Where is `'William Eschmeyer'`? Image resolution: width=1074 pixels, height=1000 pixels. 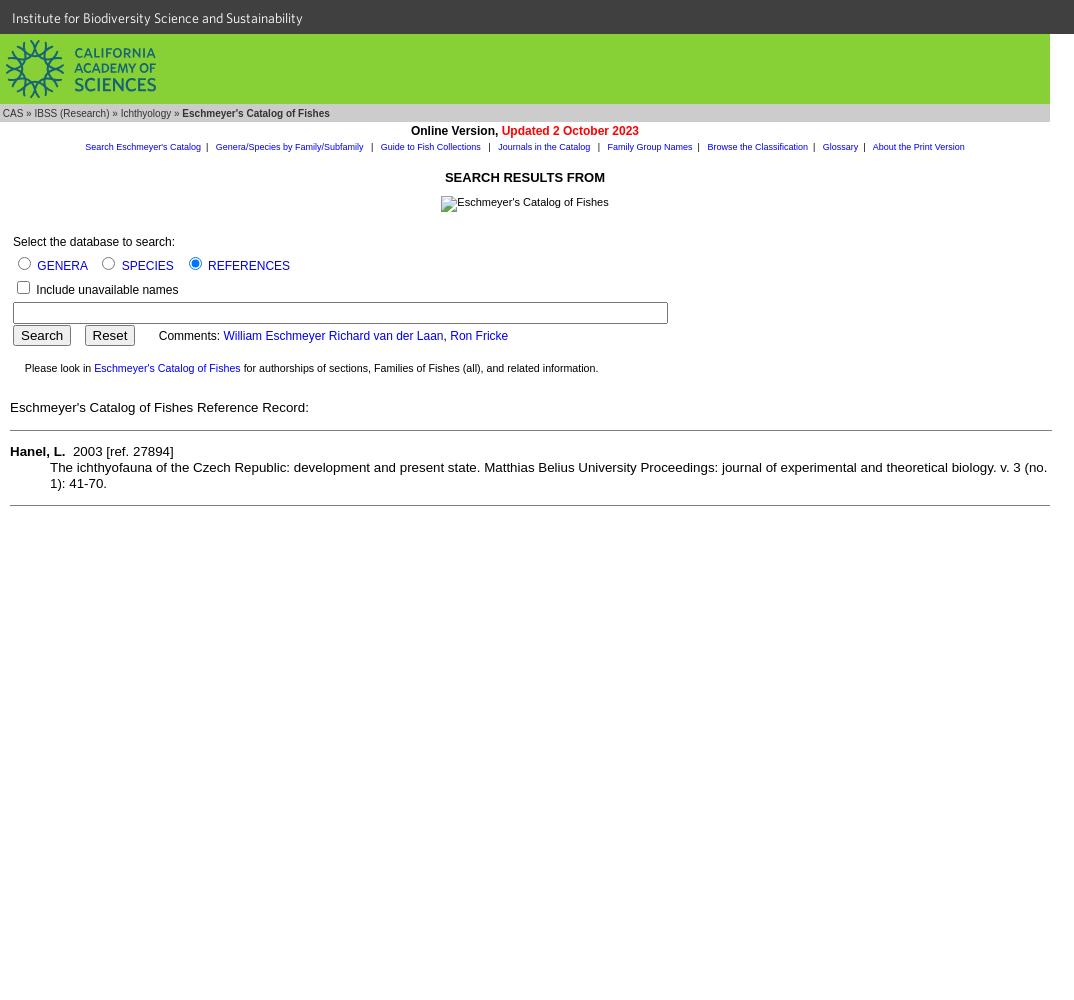 'William Eschmeyer' is located at coordinates (273, 334).